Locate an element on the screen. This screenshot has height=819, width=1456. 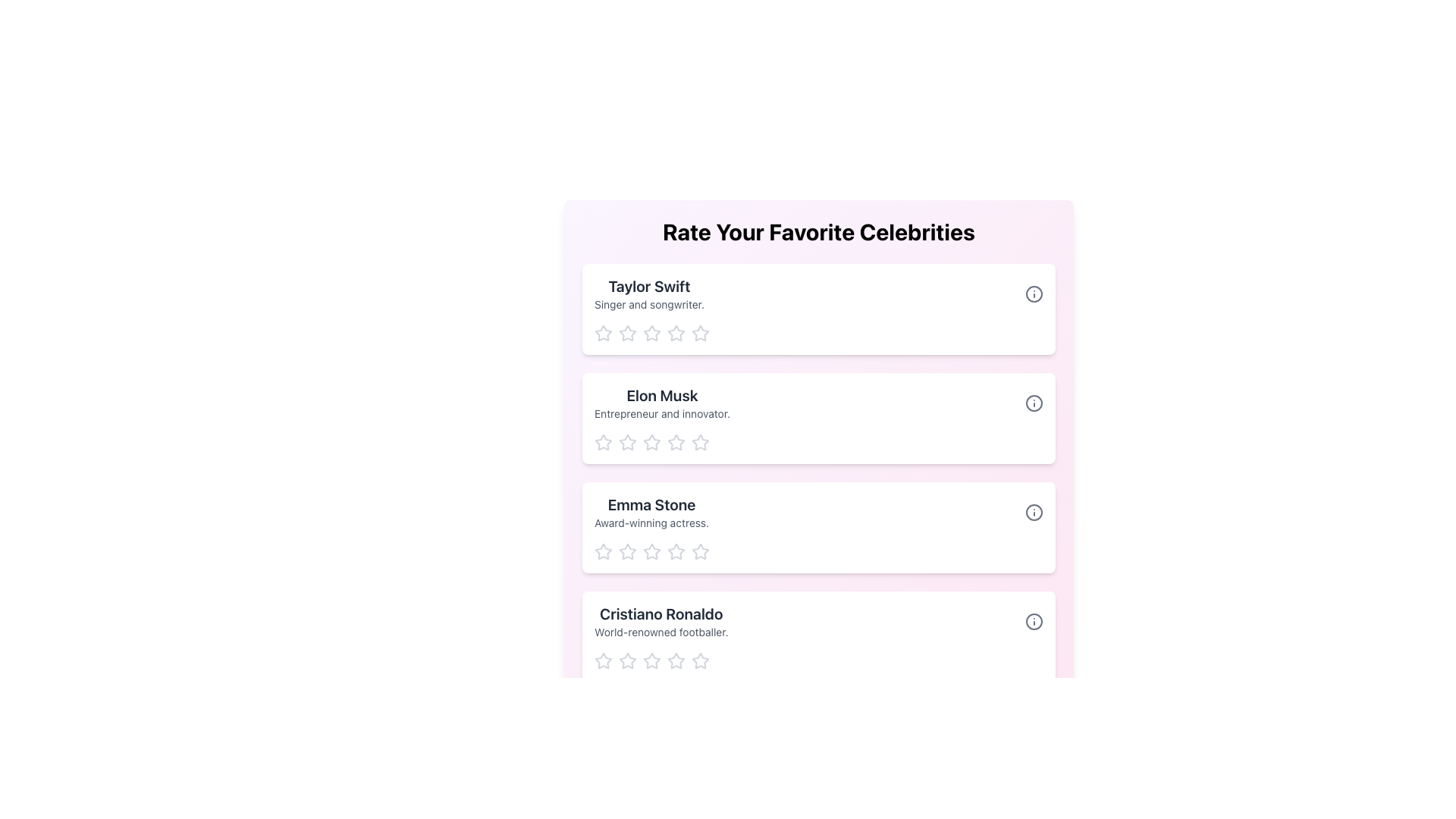
the descriptive text block containing the title 'Cristiano Ronaldo' and subtitle 'World-renowned footballer', which is the last entry in a vertically stacked list is located at coordinates (661, 622).